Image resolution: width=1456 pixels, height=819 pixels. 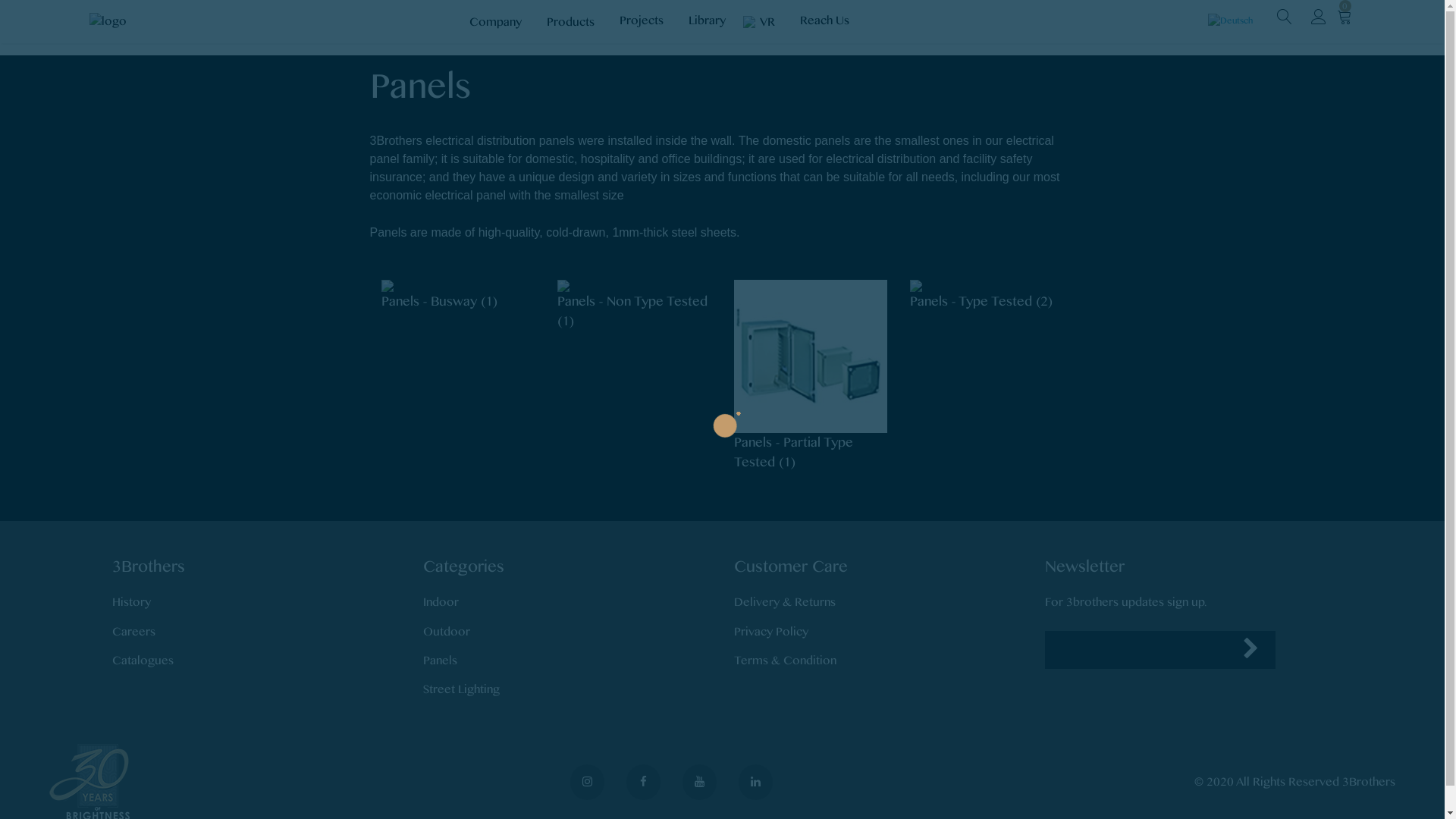 What do you see at coordinates (422, 601) in the screenshot?
I see `'Indoor'` at bounding box center [422, 601].